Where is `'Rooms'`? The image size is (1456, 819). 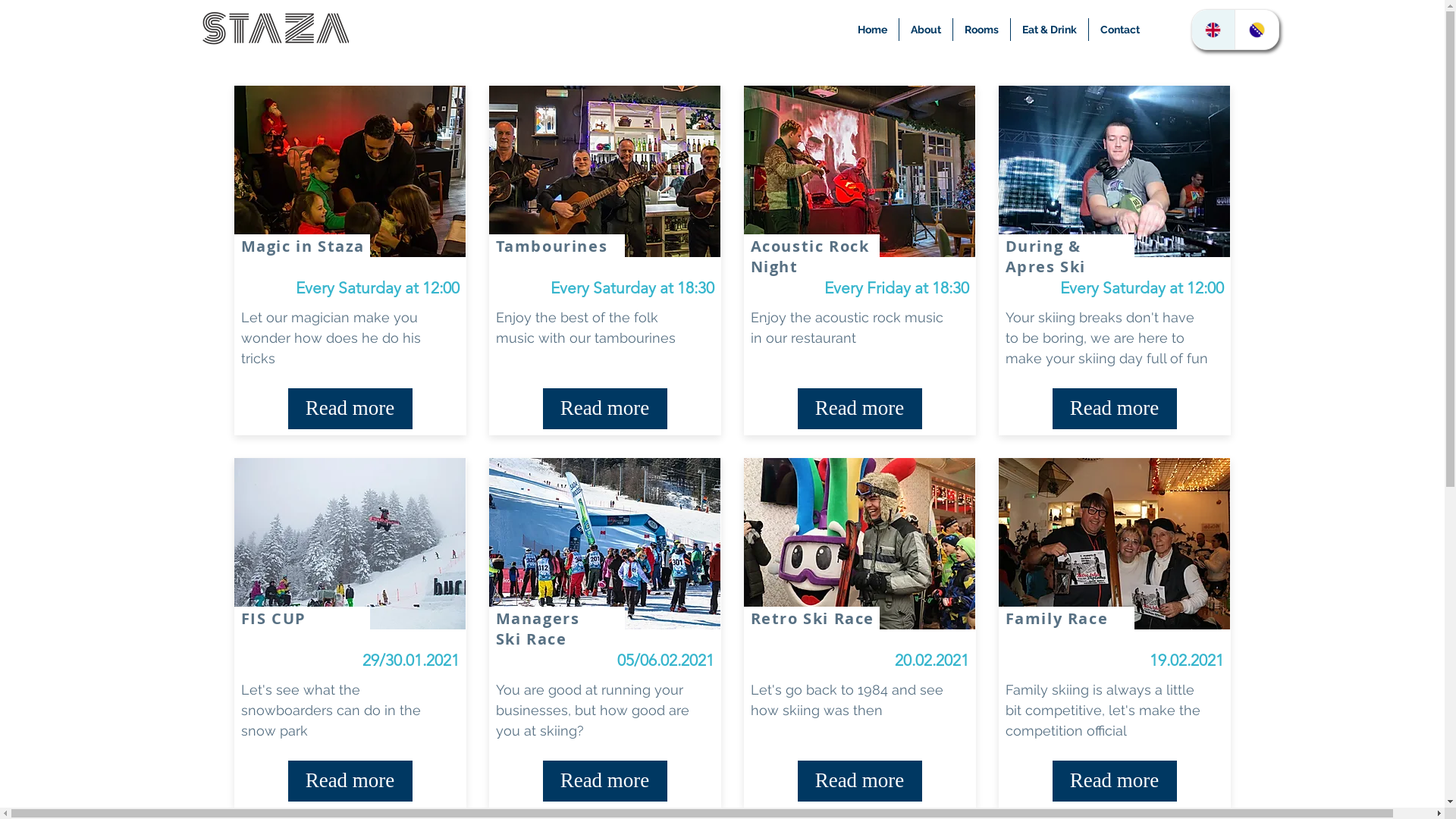
'Rooms' is located at coordinates (952, 29).